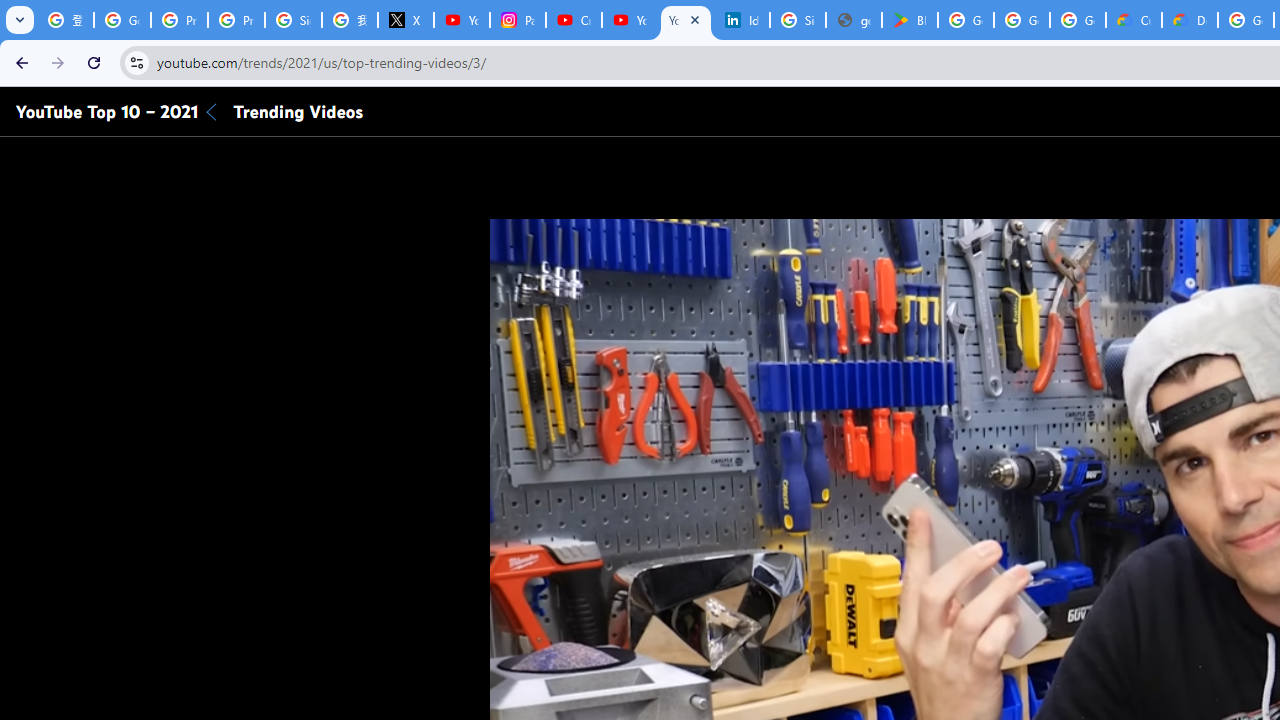 The height and width of the screenshot is (720, 1280). What do you see at coordinates (686, 20) in the screenshot?
I see `'YouTube Culture & Trends - YouTube Top 10, 2021'` at bounding box center [686, 20].